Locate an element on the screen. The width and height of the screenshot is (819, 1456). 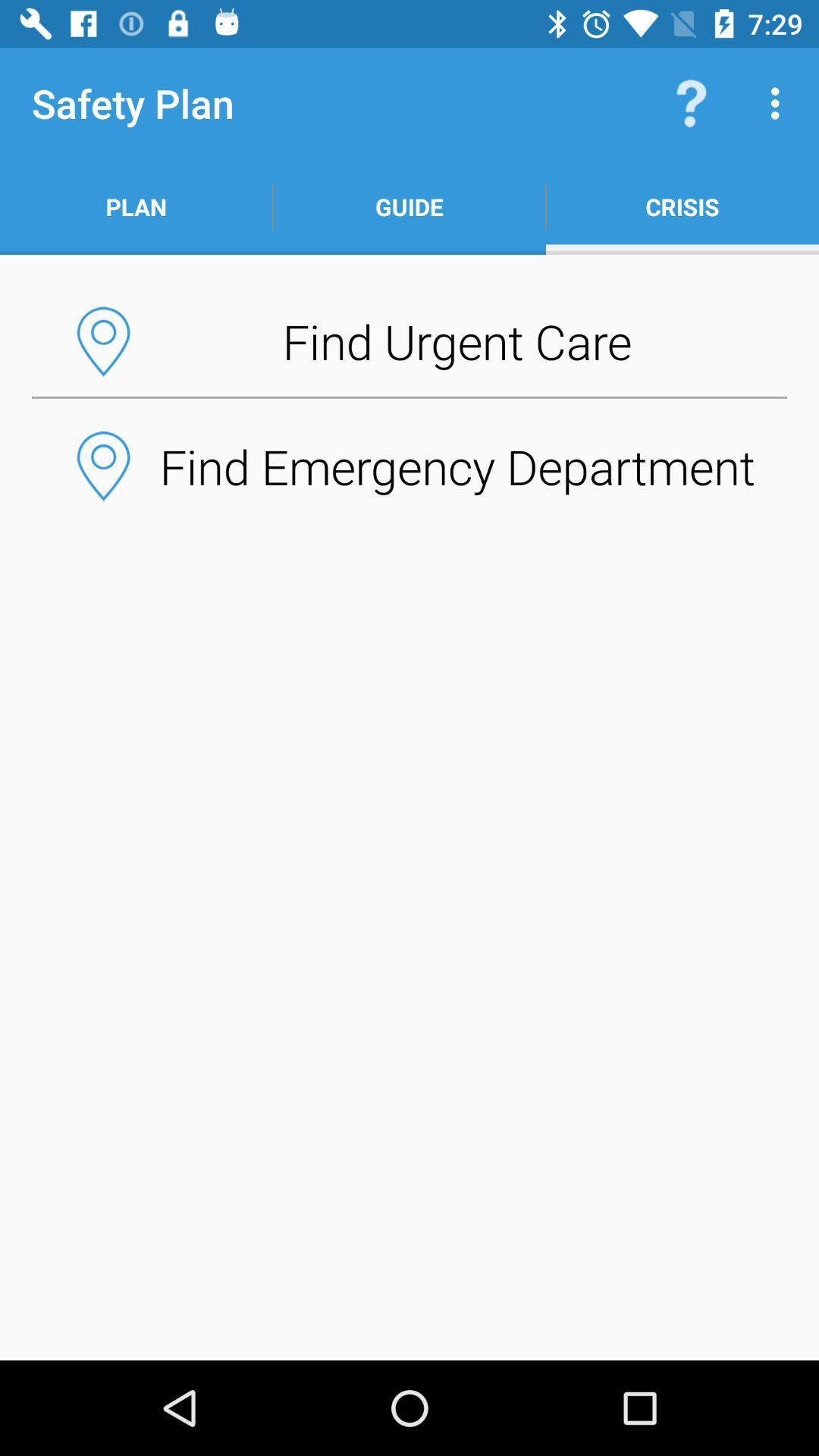
the item above the crisis is located at coordinates (779, 102).